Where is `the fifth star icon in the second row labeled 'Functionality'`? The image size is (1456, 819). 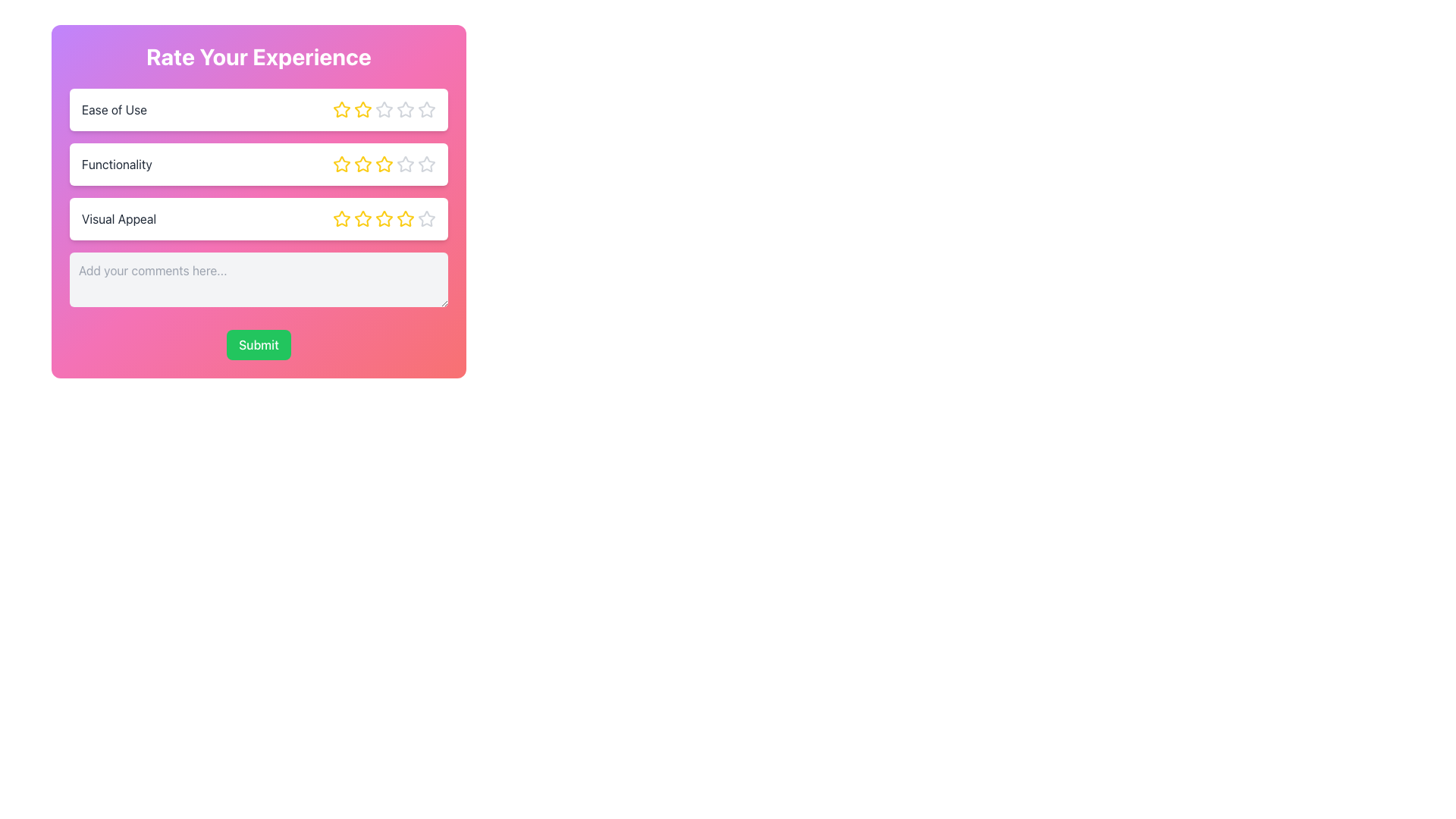 the fifth star icon in the second row labeled 'Functionality' is located at coordinates (405, 164).